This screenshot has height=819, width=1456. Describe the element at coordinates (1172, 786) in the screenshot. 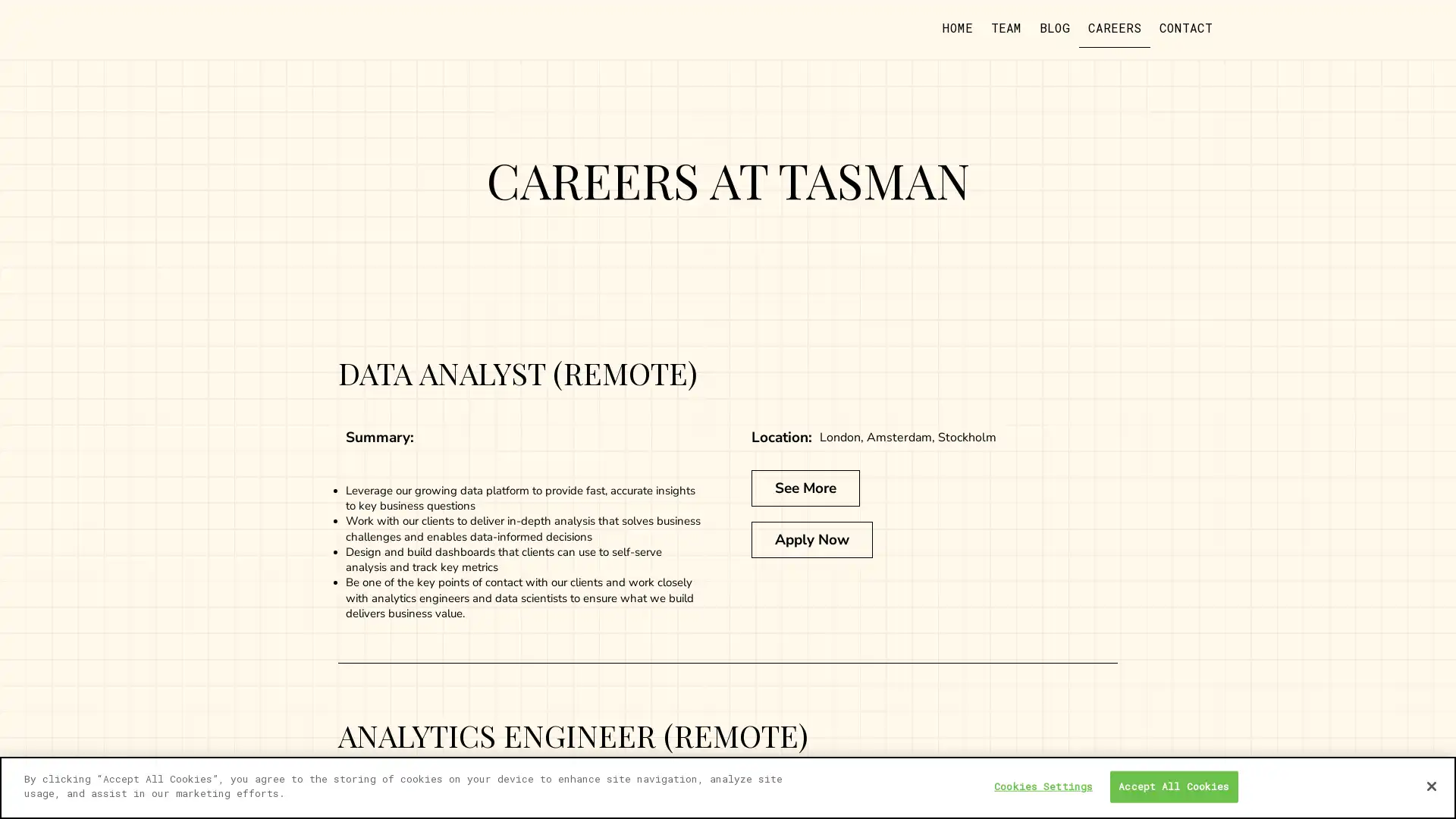

I see `Accept All Cookies` at that location.